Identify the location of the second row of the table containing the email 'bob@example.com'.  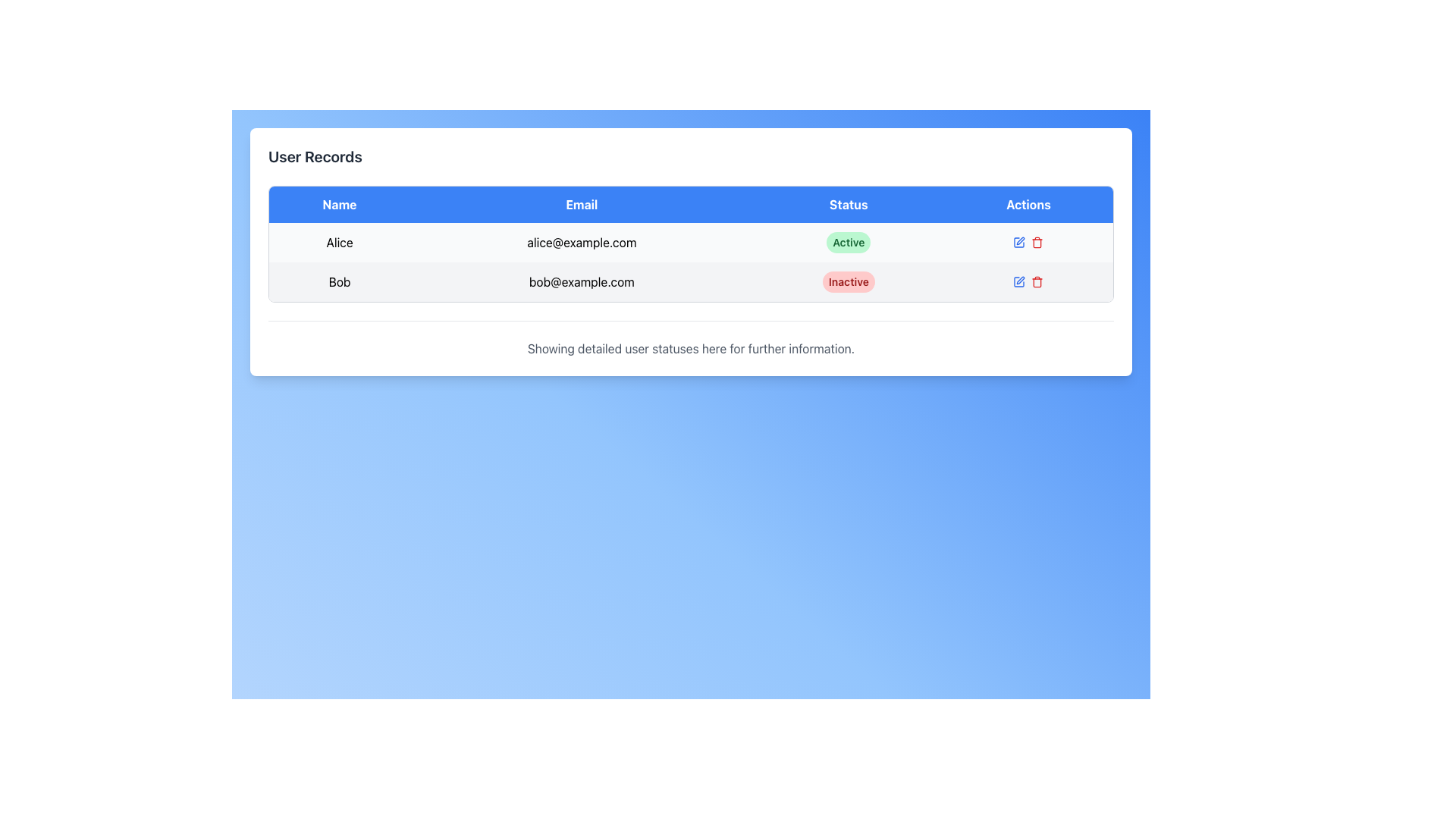
(690, 281).